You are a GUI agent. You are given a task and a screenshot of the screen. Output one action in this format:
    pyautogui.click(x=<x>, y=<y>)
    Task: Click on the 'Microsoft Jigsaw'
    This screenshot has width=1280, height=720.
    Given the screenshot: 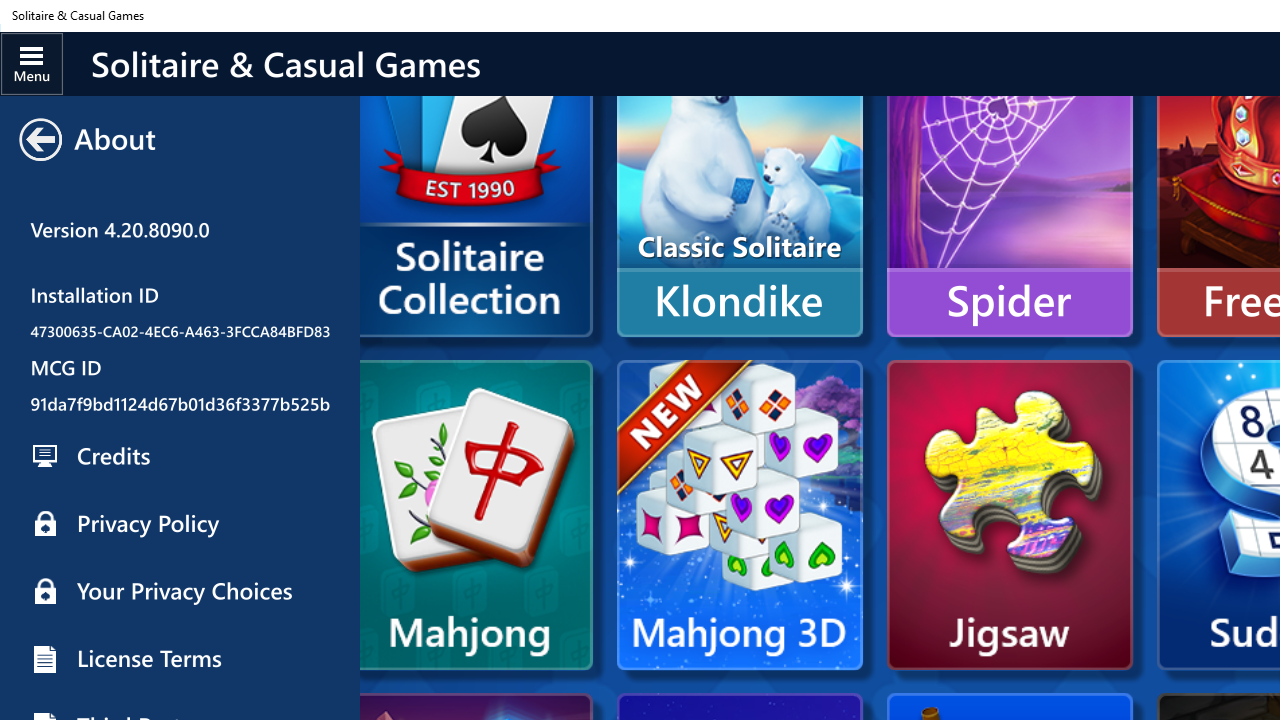 What is the action you would take?
    pyautogui.click(x=1009, y=514)
    